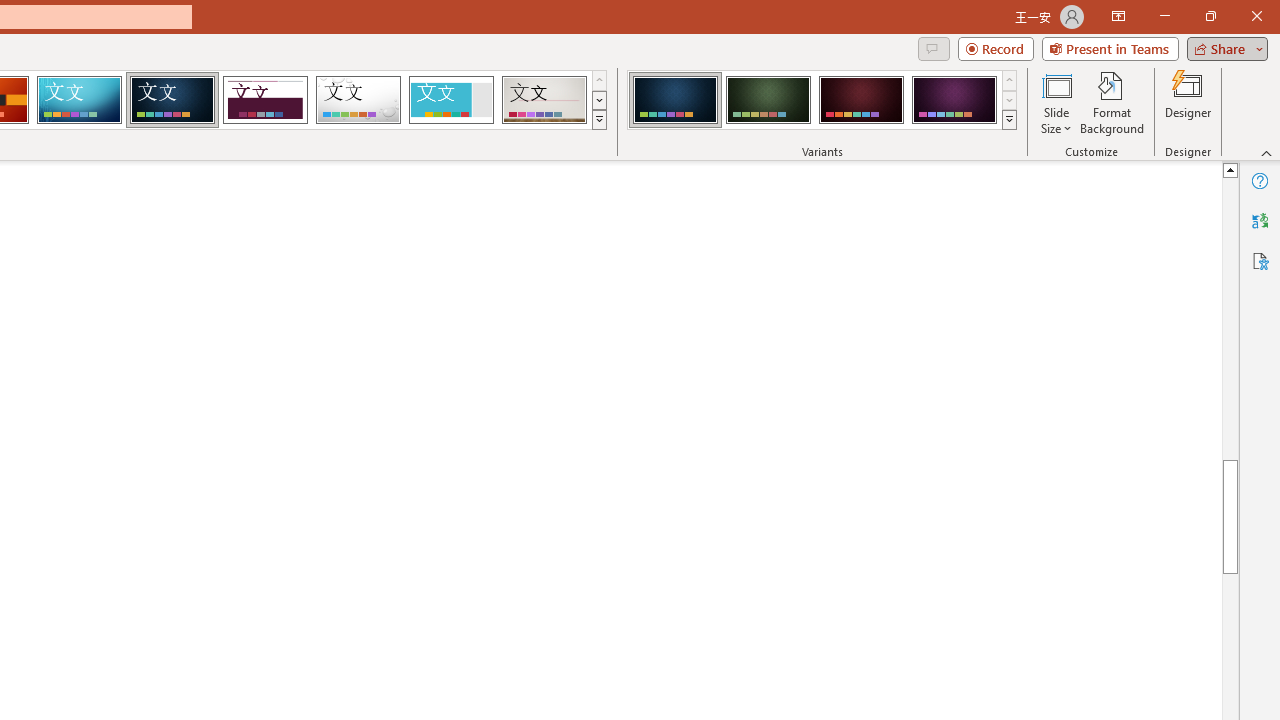 This screenshot has height=720, width=1280. Describe the element at coordinates (172, 100) in the screenshot. I see `'Damask'` at that location.